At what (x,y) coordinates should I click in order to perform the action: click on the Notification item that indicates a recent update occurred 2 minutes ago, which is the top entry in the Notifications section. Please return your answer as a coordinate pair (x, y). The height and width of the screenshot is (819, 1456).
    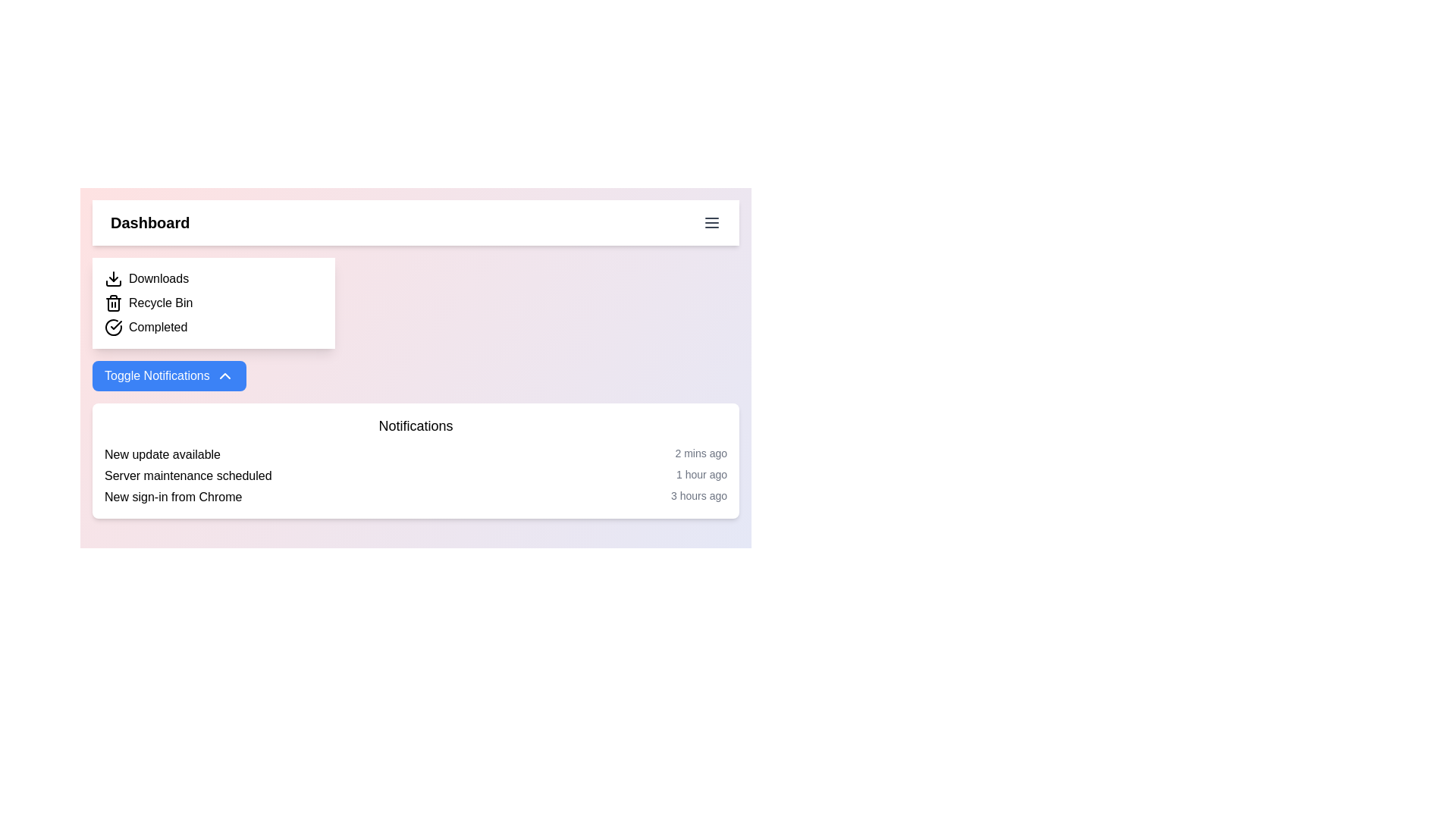
    Looking at the image, I should click on (416, 454).